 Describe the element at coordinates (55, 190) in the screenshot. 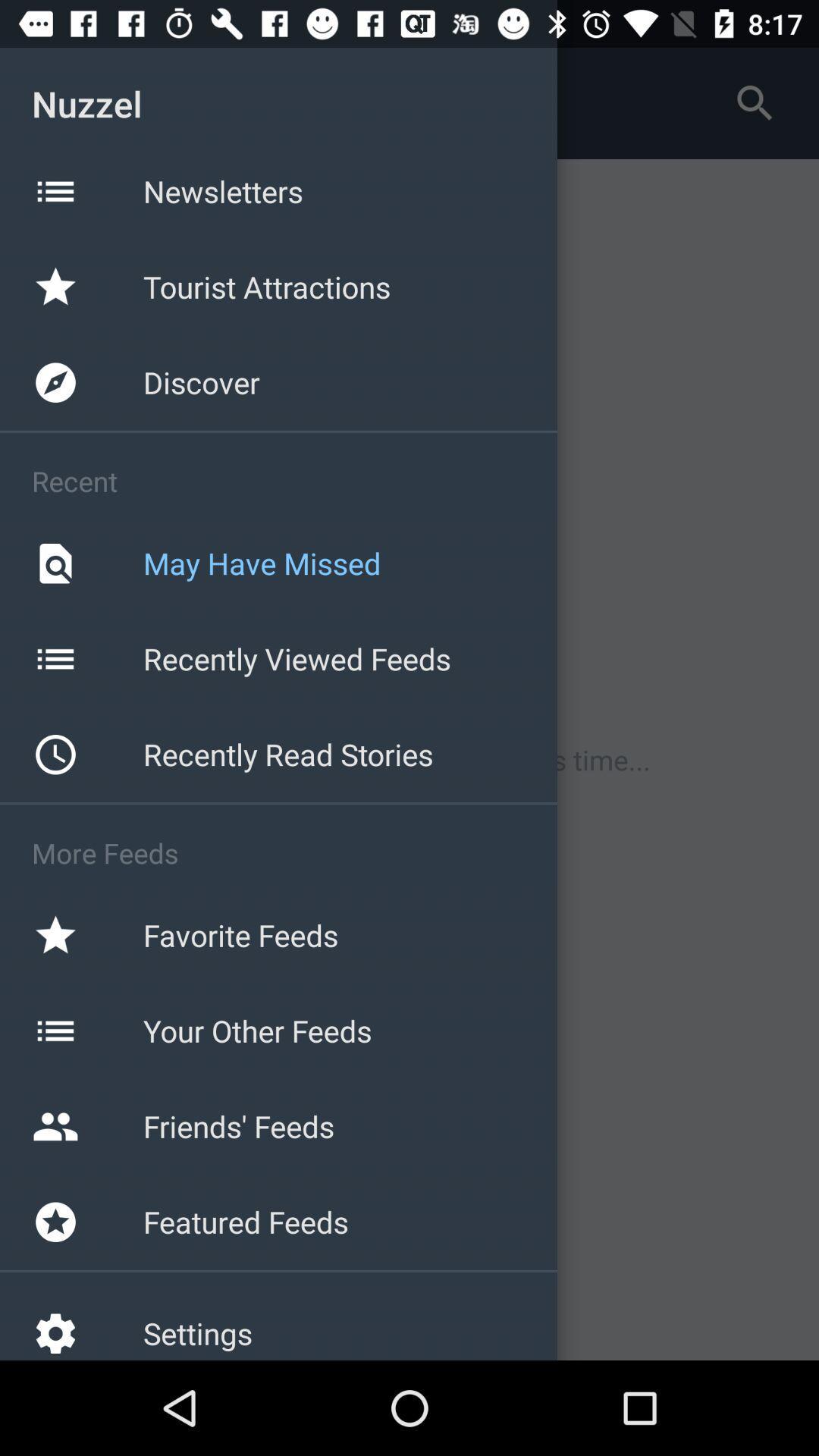

I see `the icon beside newsletters` at that location.